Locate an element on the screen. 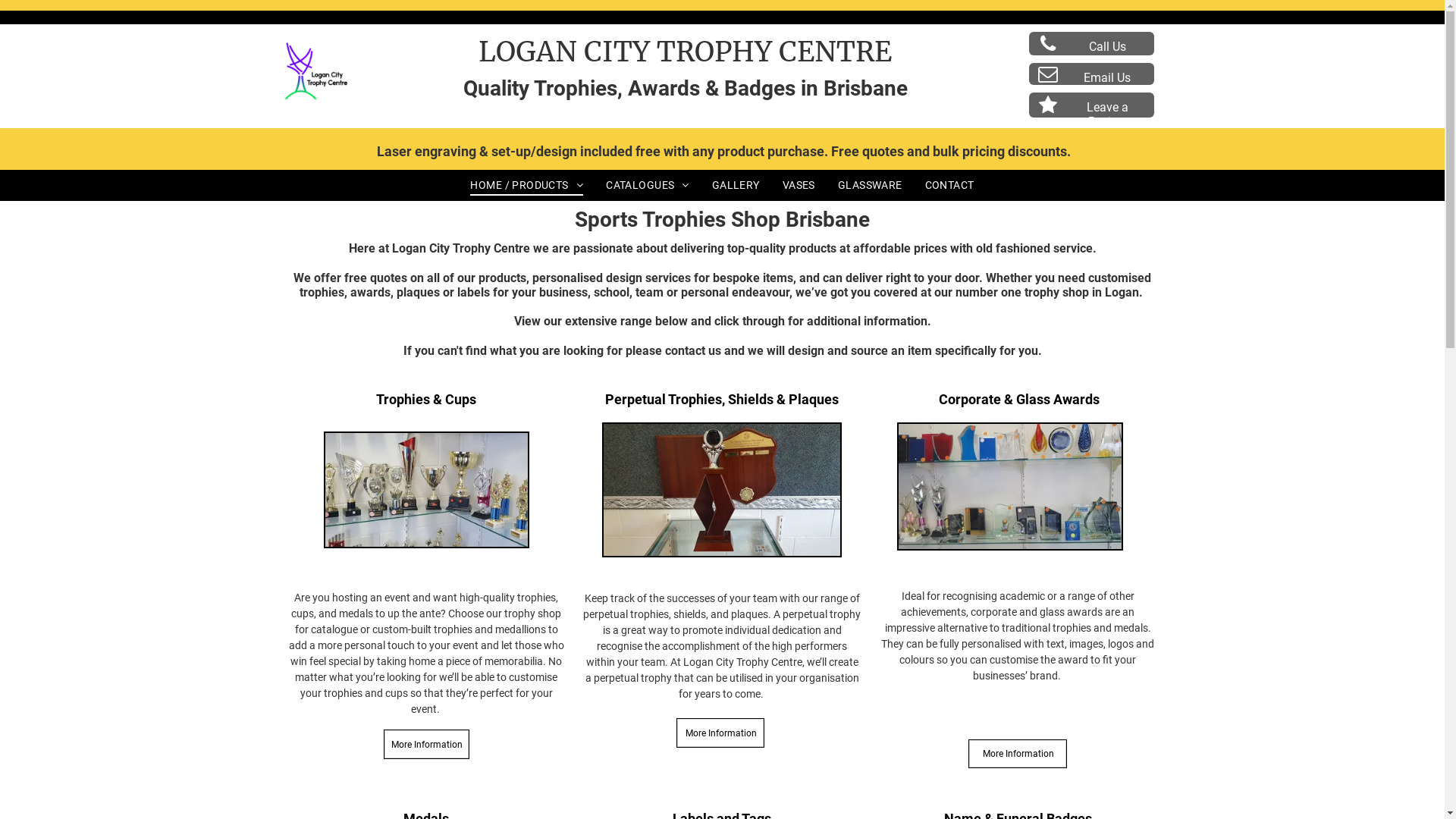  'CONTACT' is located at coordinates (949, 184).